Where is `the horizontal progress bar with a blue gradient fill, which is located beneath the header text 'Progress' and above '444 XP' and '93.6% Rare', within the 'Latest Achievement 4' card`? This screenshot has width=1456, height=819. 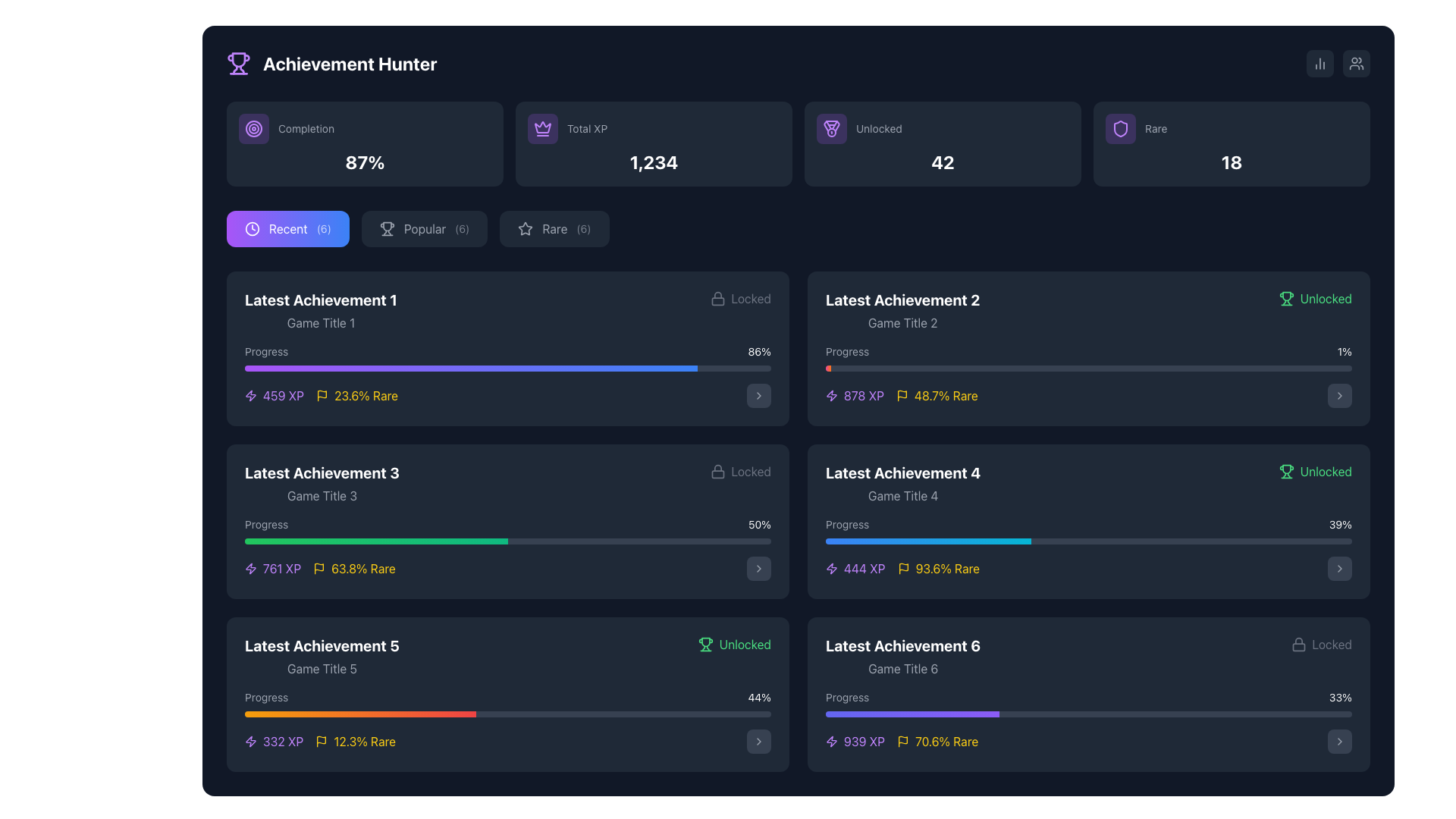
the horizontal progress bar with a blue gradient fill, which is located beneath the header text 'Progress' and above '444 XP' and '93.6% Rare', within the 'Latest Achievement 4' card is located at coordinates (1087, 549).